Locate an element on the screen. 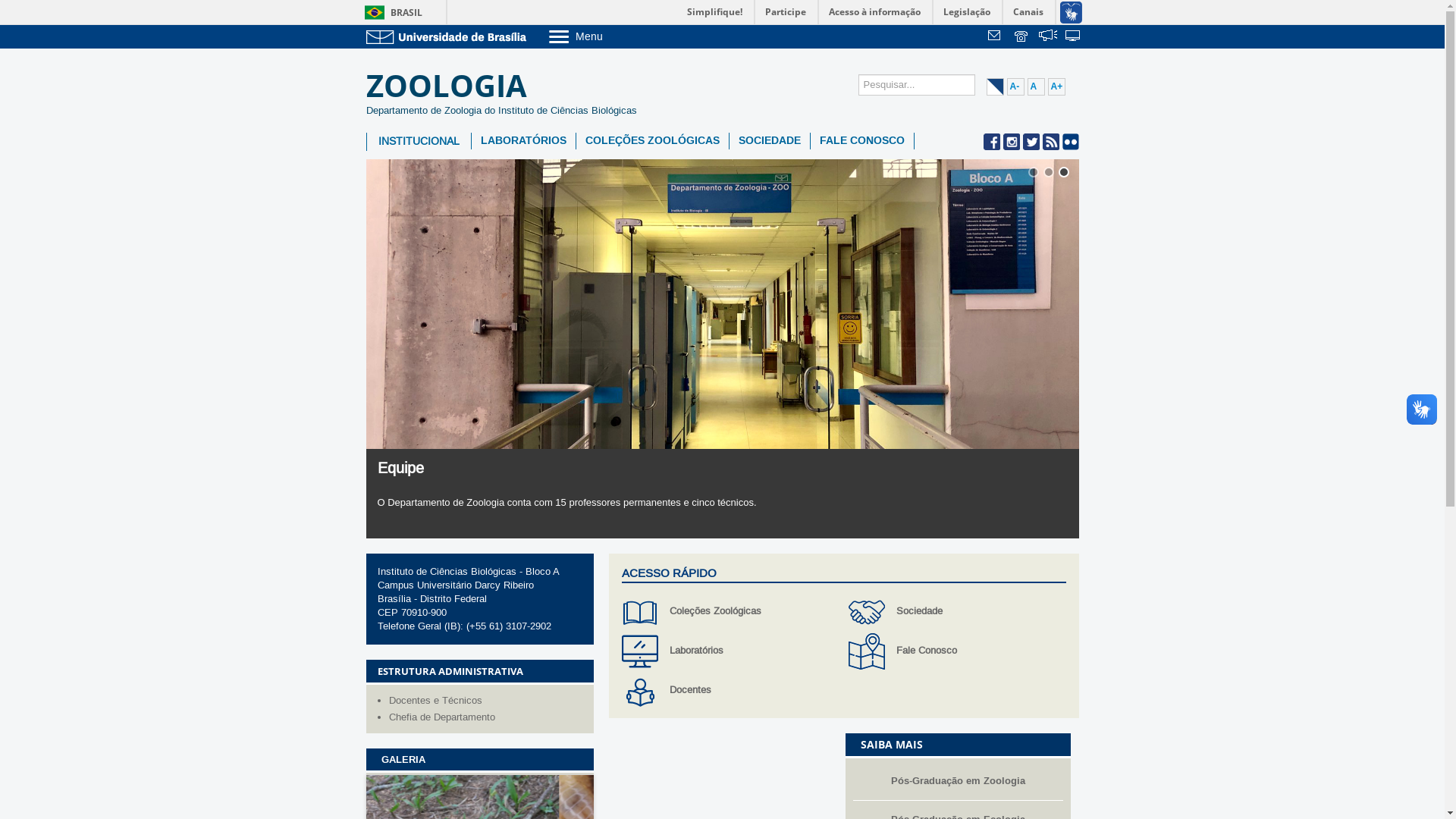 The image size is (1456, 819). 'Fala.BR' is located at coordinates (1047, 36).